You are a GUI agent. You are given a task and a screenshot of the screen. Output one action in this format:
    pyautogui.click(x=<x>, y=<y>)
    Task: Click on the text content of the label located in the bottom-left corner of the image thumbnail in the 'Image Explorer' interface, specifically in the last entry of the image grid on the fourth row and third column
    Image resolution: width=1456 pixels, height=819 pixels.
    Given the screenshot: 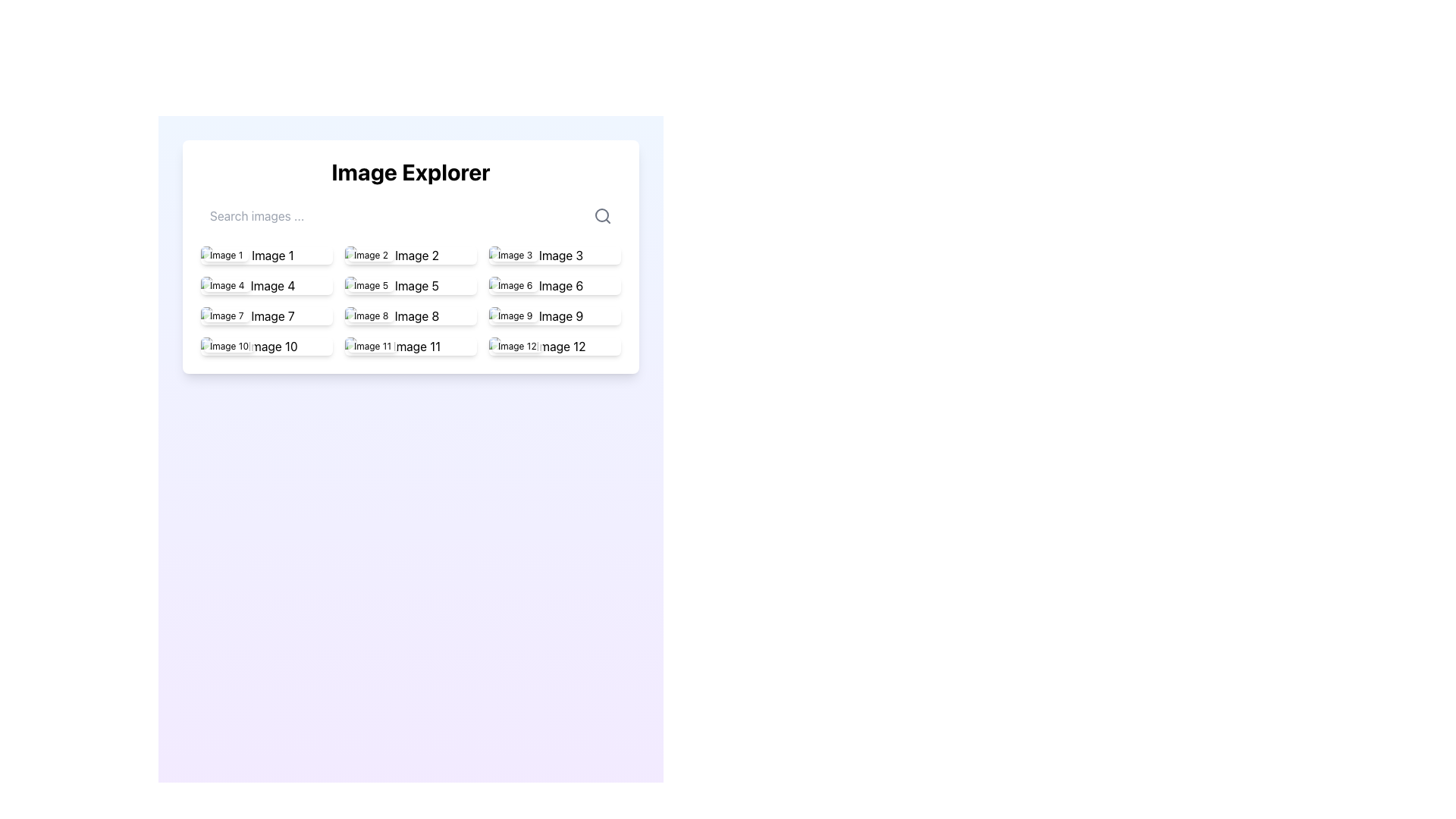 What is the action you would take?
    pyautogui.click(x=517, y=346)
    